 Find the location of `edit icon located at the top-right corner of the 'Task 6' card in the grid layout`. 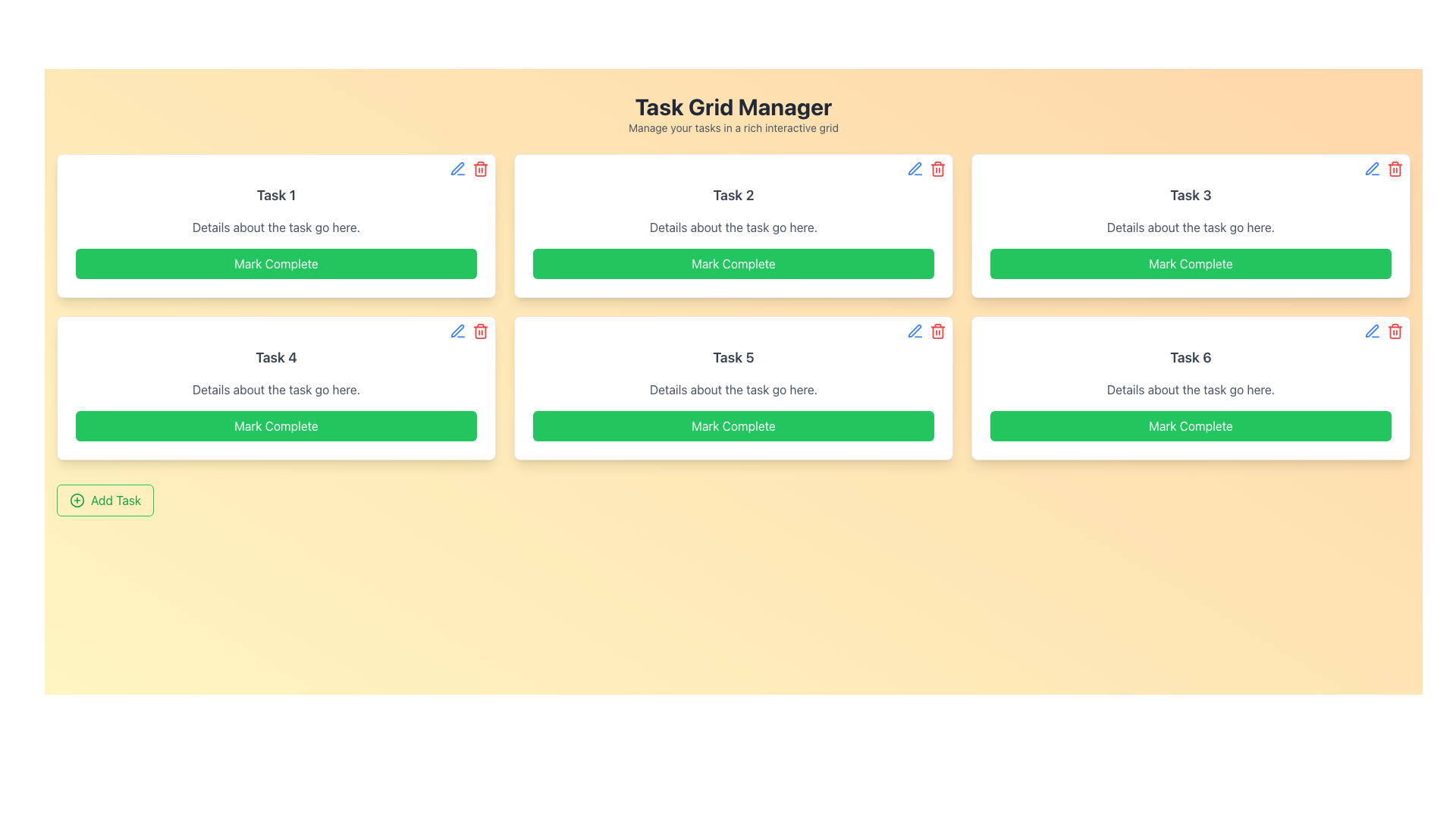

edit icon located at the top-right corner of the 'Task 6' card in the grid layout is located at coordinates (1372, 330).